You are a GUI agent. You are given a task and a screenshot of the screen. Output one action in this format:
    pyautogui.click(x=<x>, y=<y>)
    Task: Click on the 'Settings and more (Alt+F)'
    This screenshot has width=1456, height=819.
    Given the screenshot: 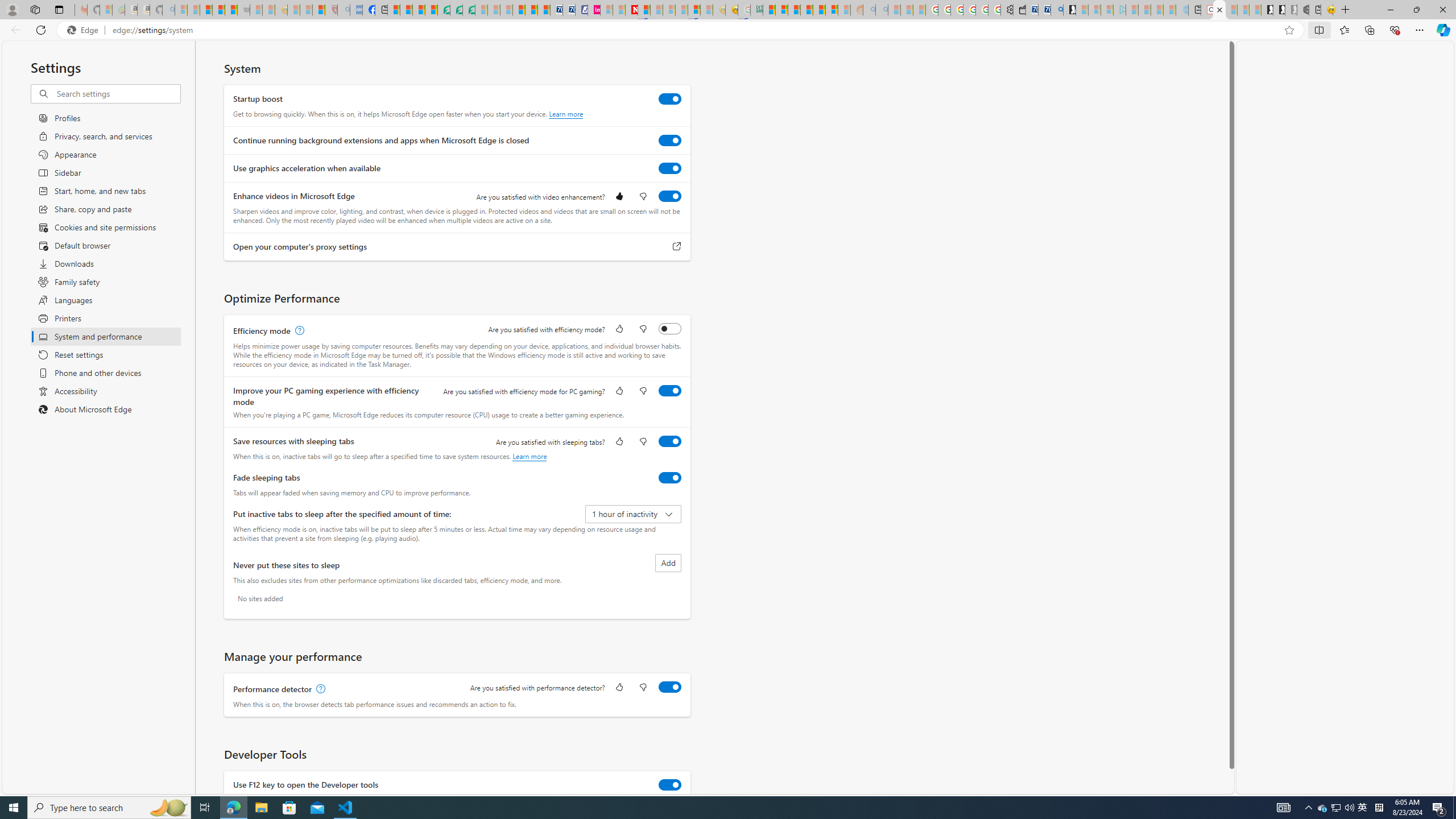 What is the action you would take?
    pyautogui.click(x=1419, y=29)
    